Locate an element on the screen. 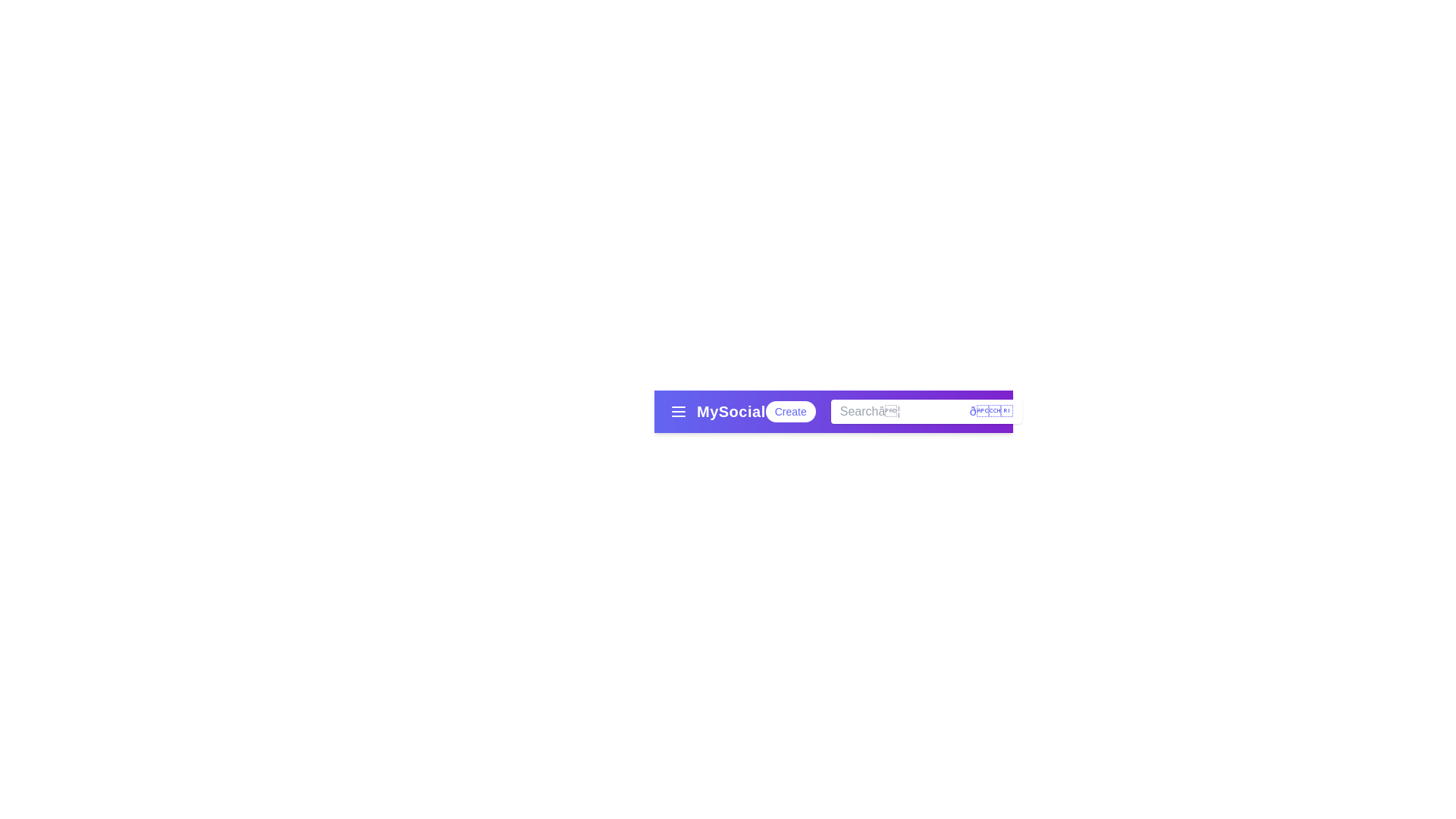 This screenshot has width=1456, height=819. the text 'MySocial' is located at coordinates (716, 412).